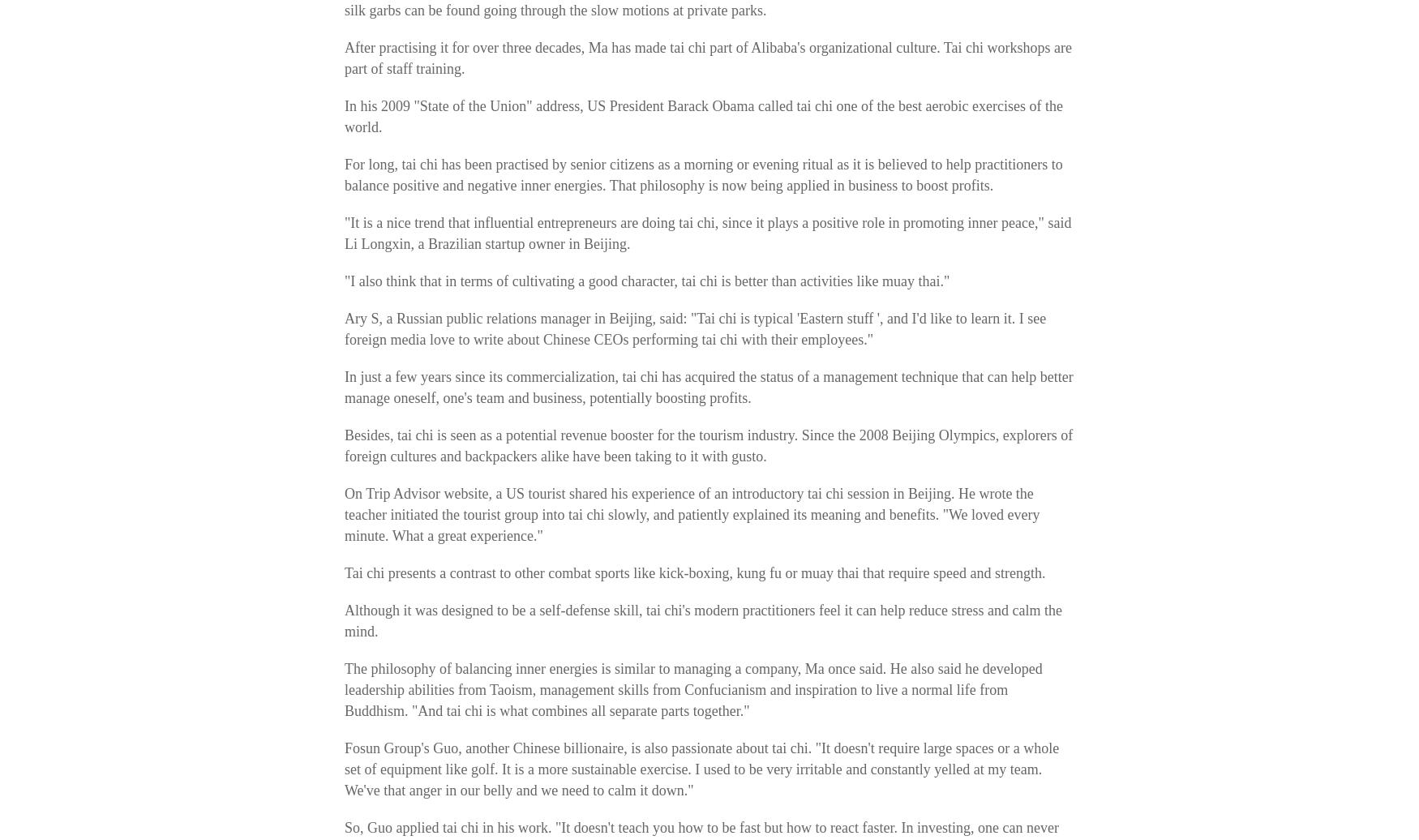  Describe the element at coordinates (646, 281) in the screenshot. I see `'"I also think that in terms of cultivating a good character, tai chi is better than activities like muay thai."'` at that location.